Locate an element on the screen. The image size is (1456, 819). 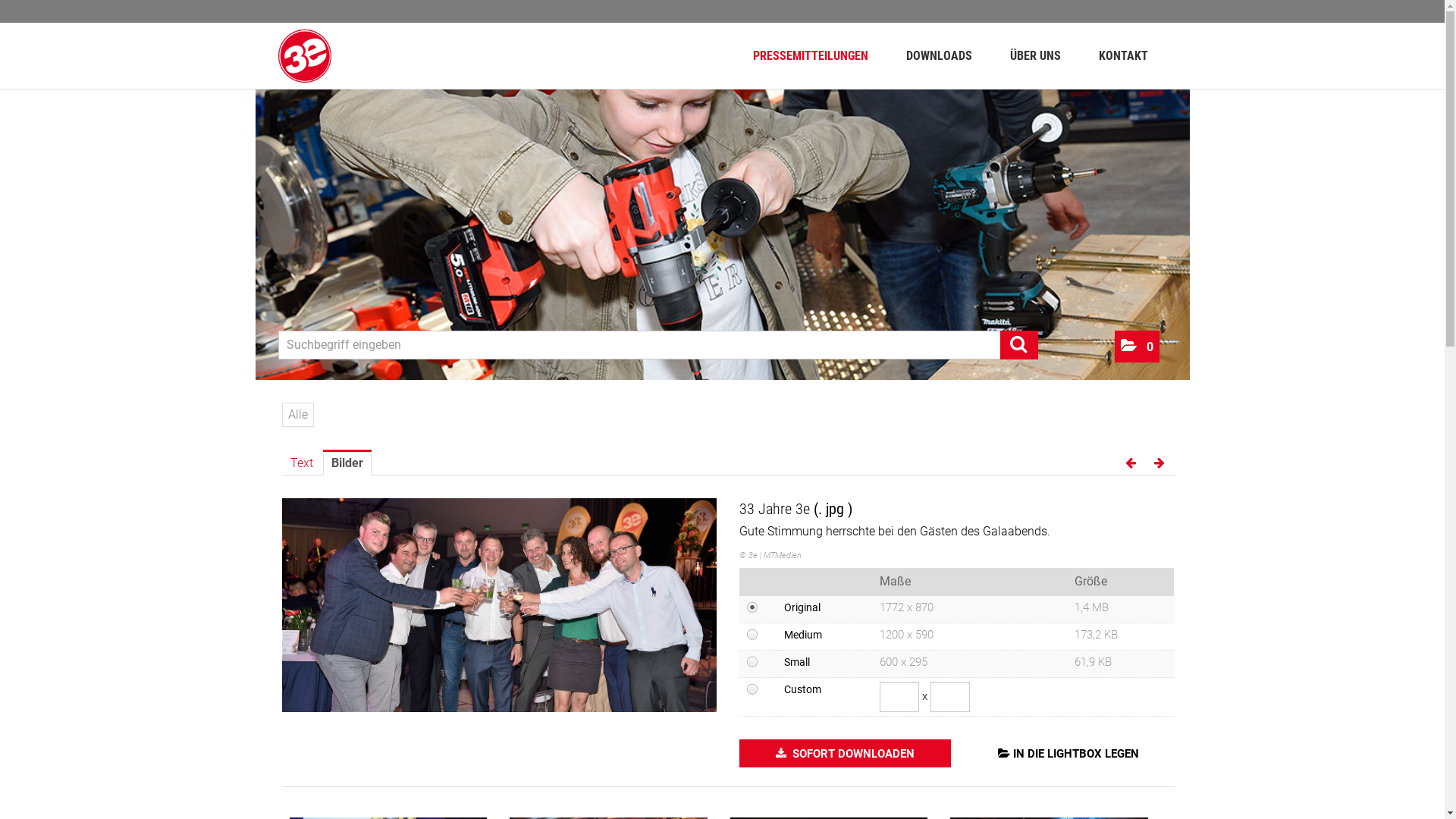
'DOWNLOADS' is located at coordinates (938, 55).